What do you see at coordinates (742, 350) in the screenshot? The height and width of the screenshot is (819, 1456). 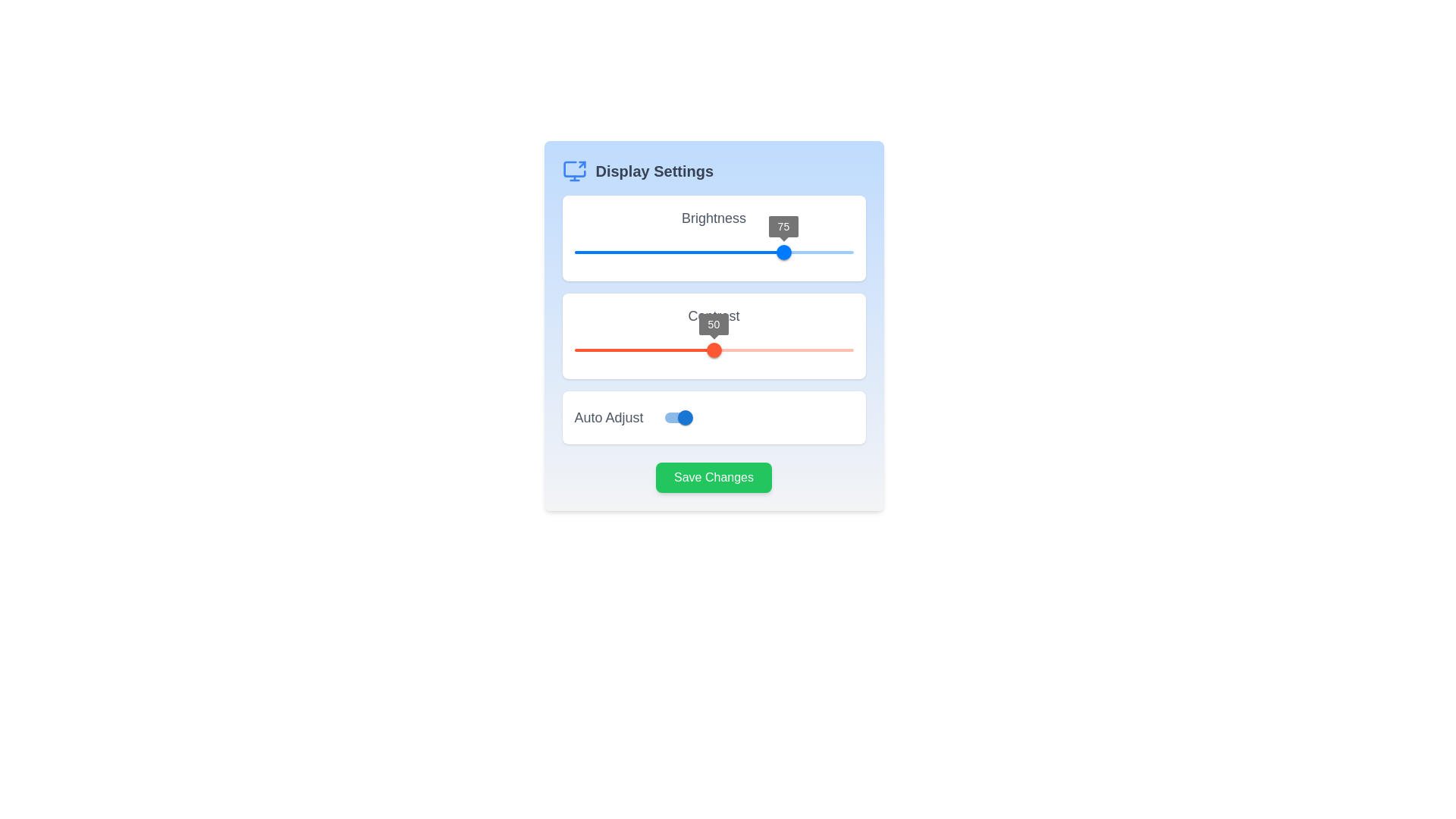 I see `the contrast` at bounding box center [742, 350].